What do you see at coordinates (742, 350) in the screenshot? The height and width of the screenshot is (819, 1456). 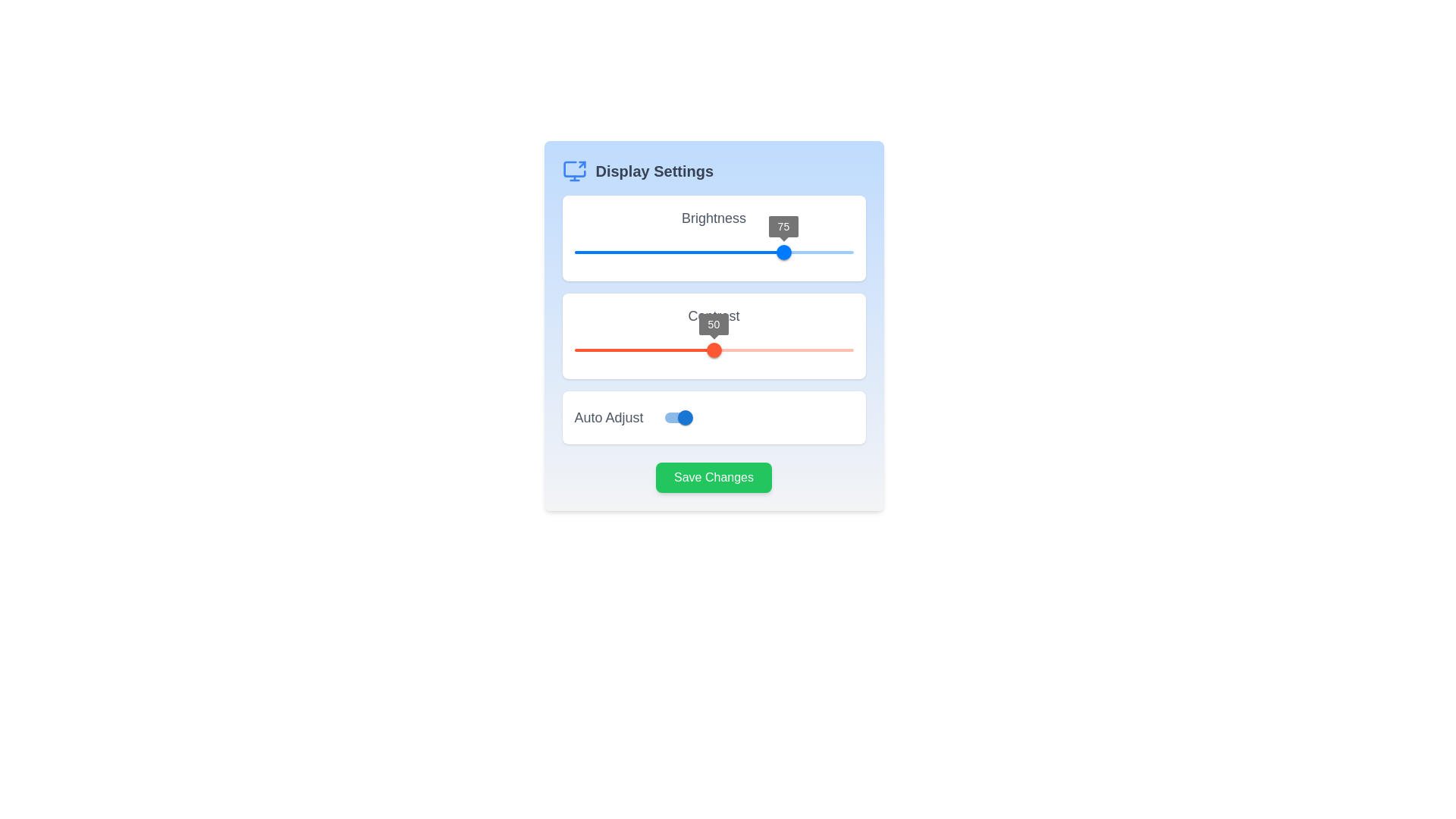 I see `the contrast` at bounding box center [742, 350].